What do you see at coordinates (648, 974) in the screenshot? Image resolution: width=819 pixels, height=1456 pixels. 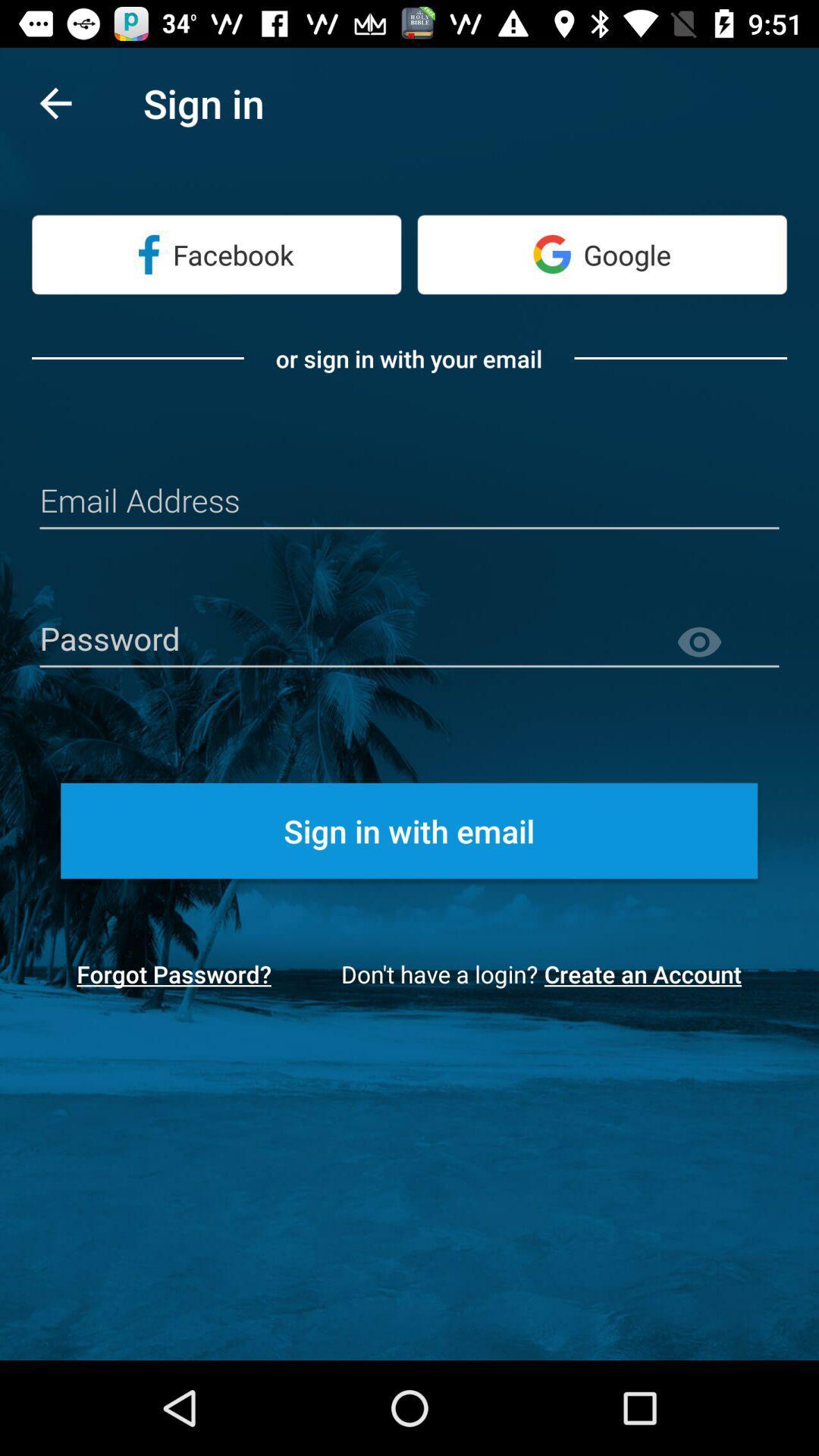 I see `item next to don t have icon` at bounding box center [648, 974].